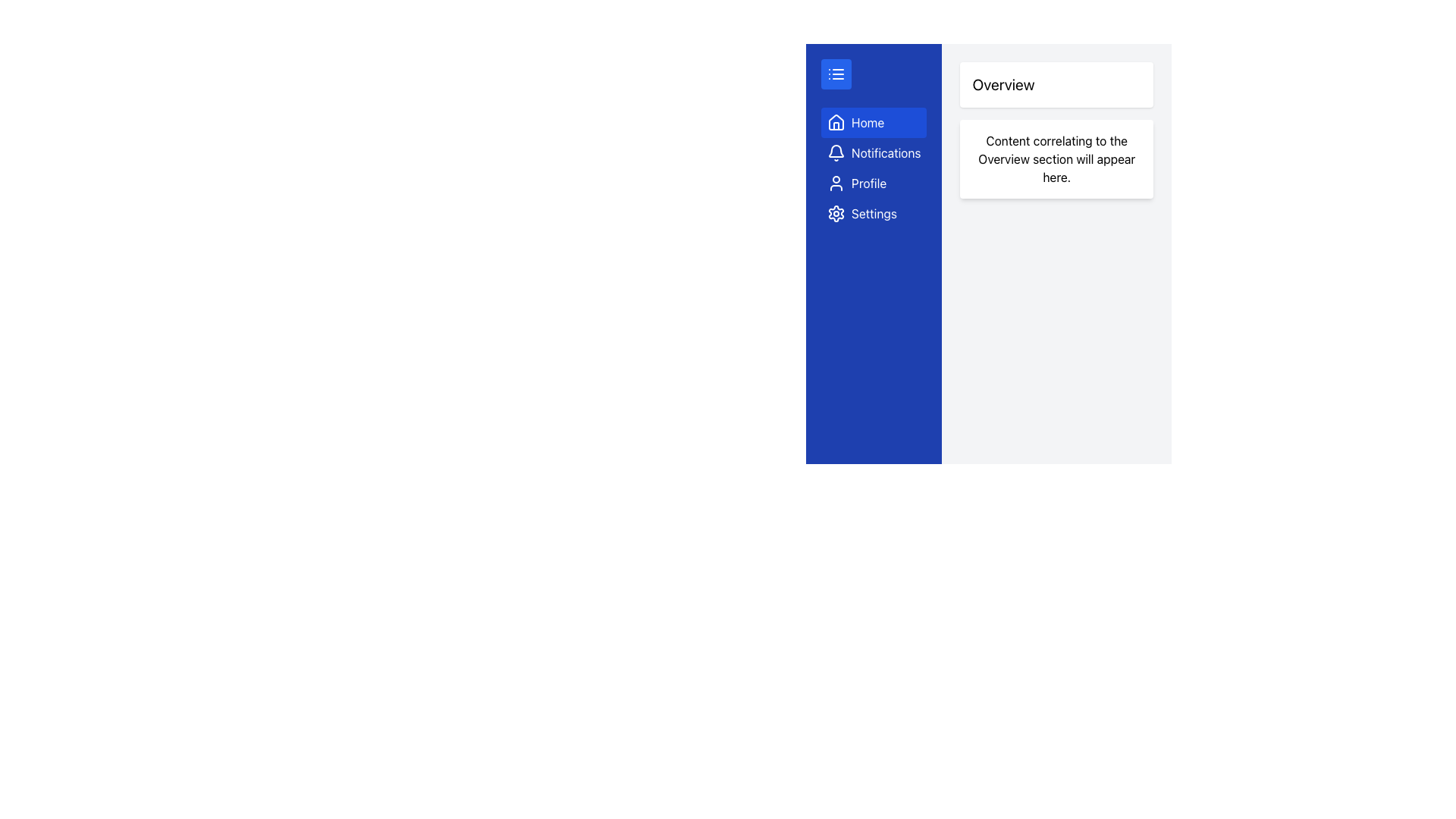 Image resolution: width=1456 pixels, height=819 pixels. What do you see at coordinates (836, 213) in the screenshot?
I see `the 'Settings' icon located in the sidebar, which is the fourth icon from the top` at bounding box center [836, 213].